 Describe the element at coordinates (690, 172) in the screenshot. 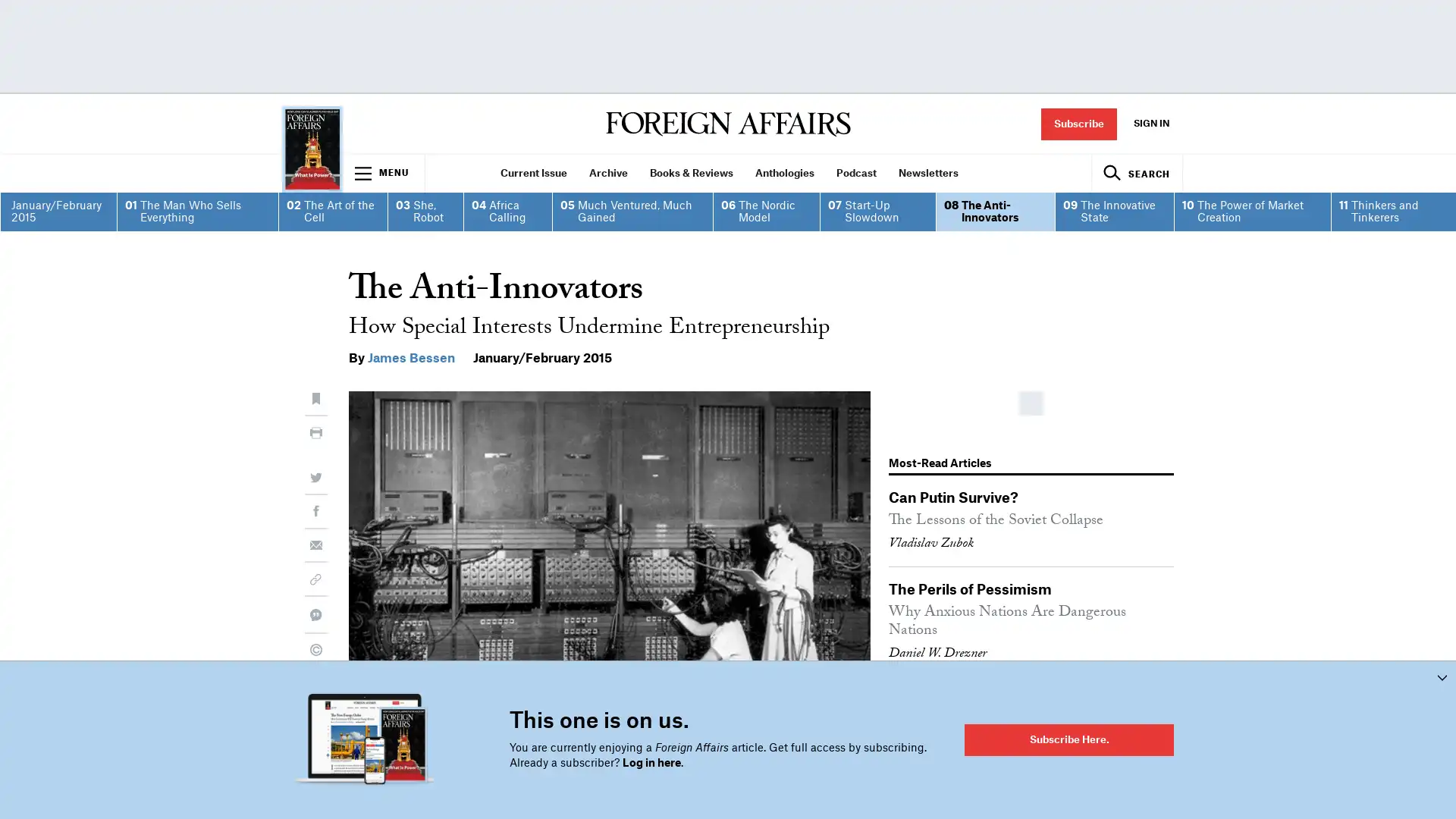

I see `Books & Reviews` at that location.